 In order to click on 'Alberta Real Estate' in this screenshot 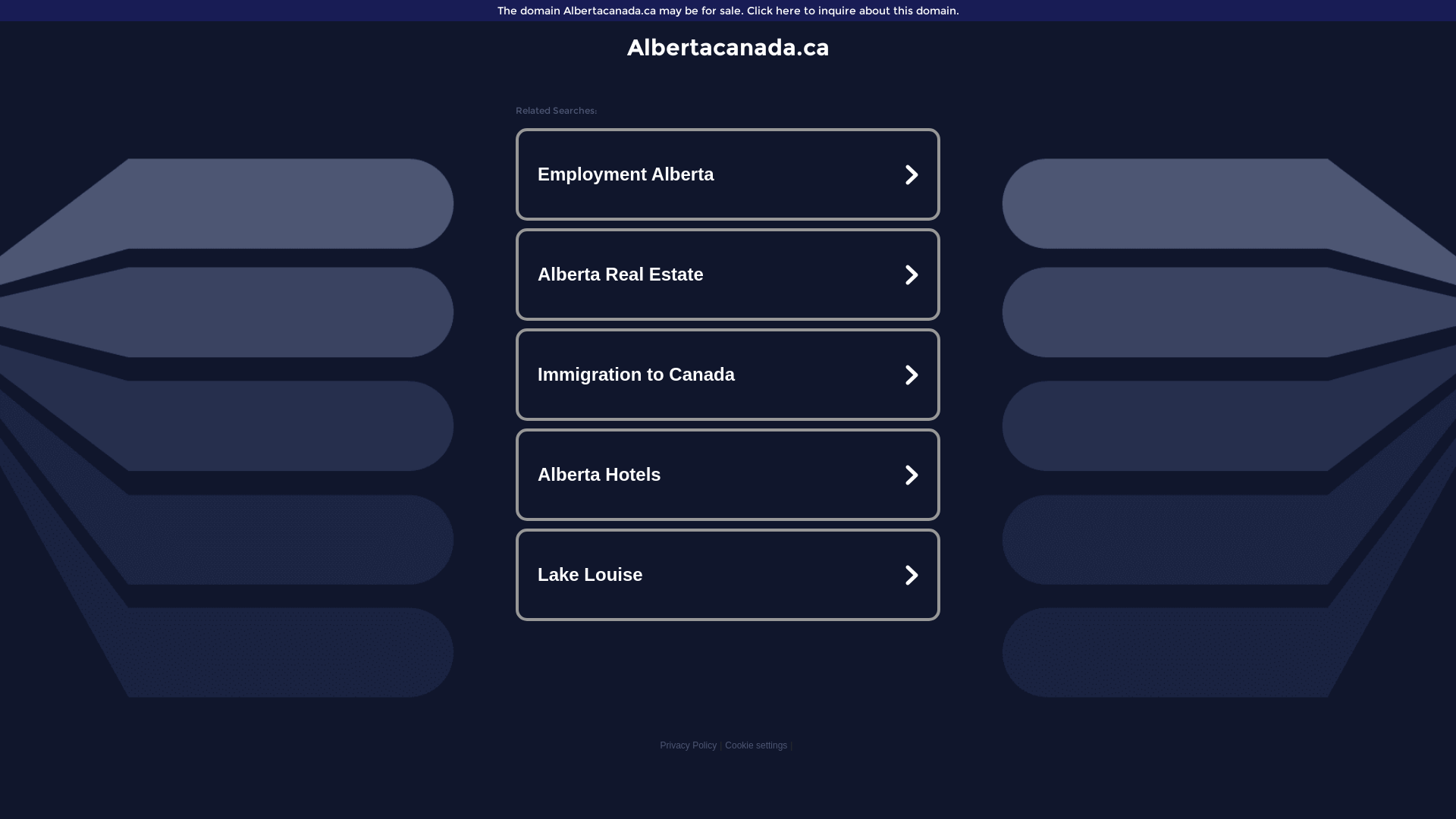, I will do `click(728, 275)`.